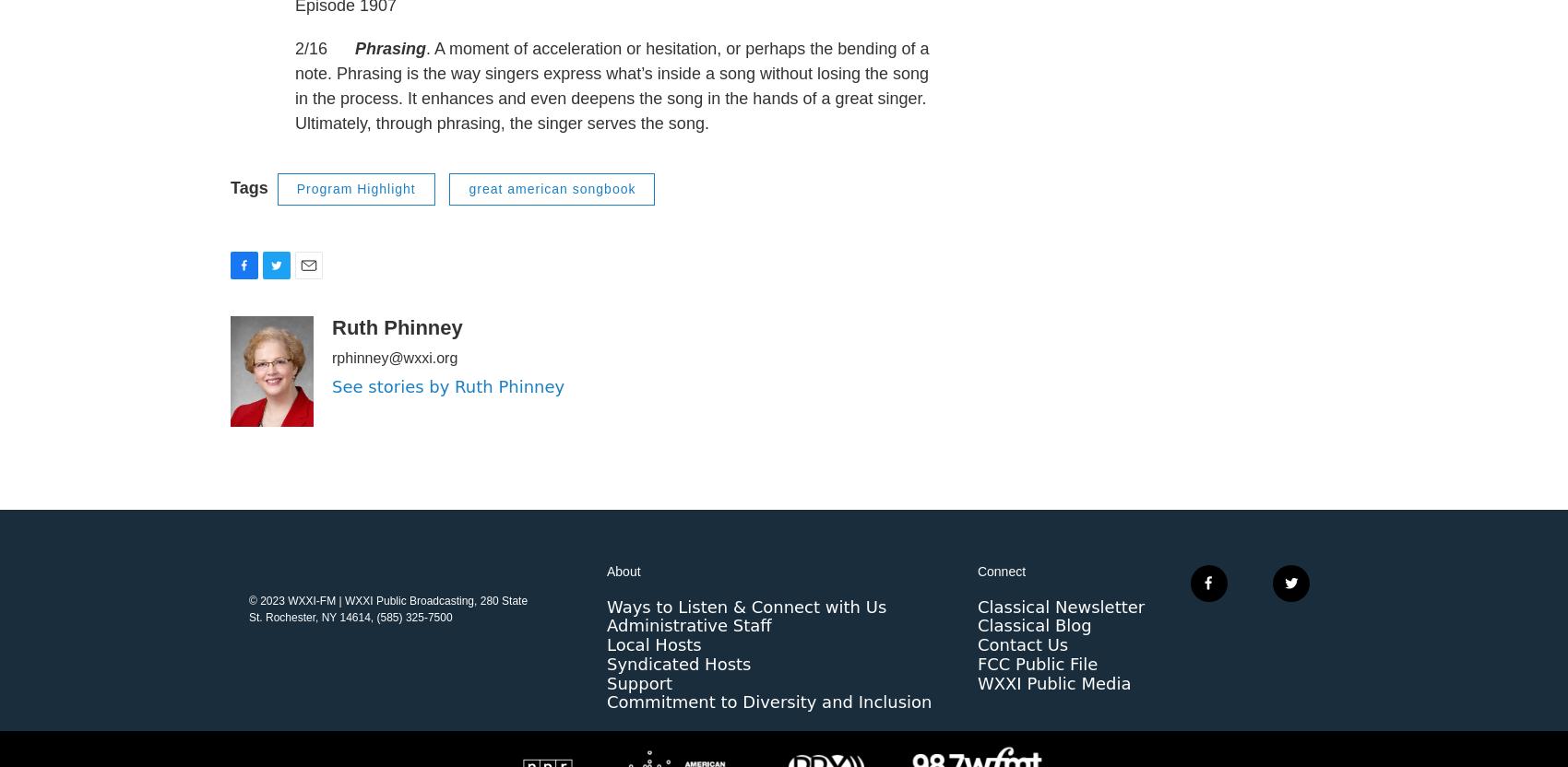 The height and width of the screenshot is (767, 1568). What do you see at coordinates (975, 661) in the screenshot?
I see `'Classical Blog'` at bounding box center [975, 661].